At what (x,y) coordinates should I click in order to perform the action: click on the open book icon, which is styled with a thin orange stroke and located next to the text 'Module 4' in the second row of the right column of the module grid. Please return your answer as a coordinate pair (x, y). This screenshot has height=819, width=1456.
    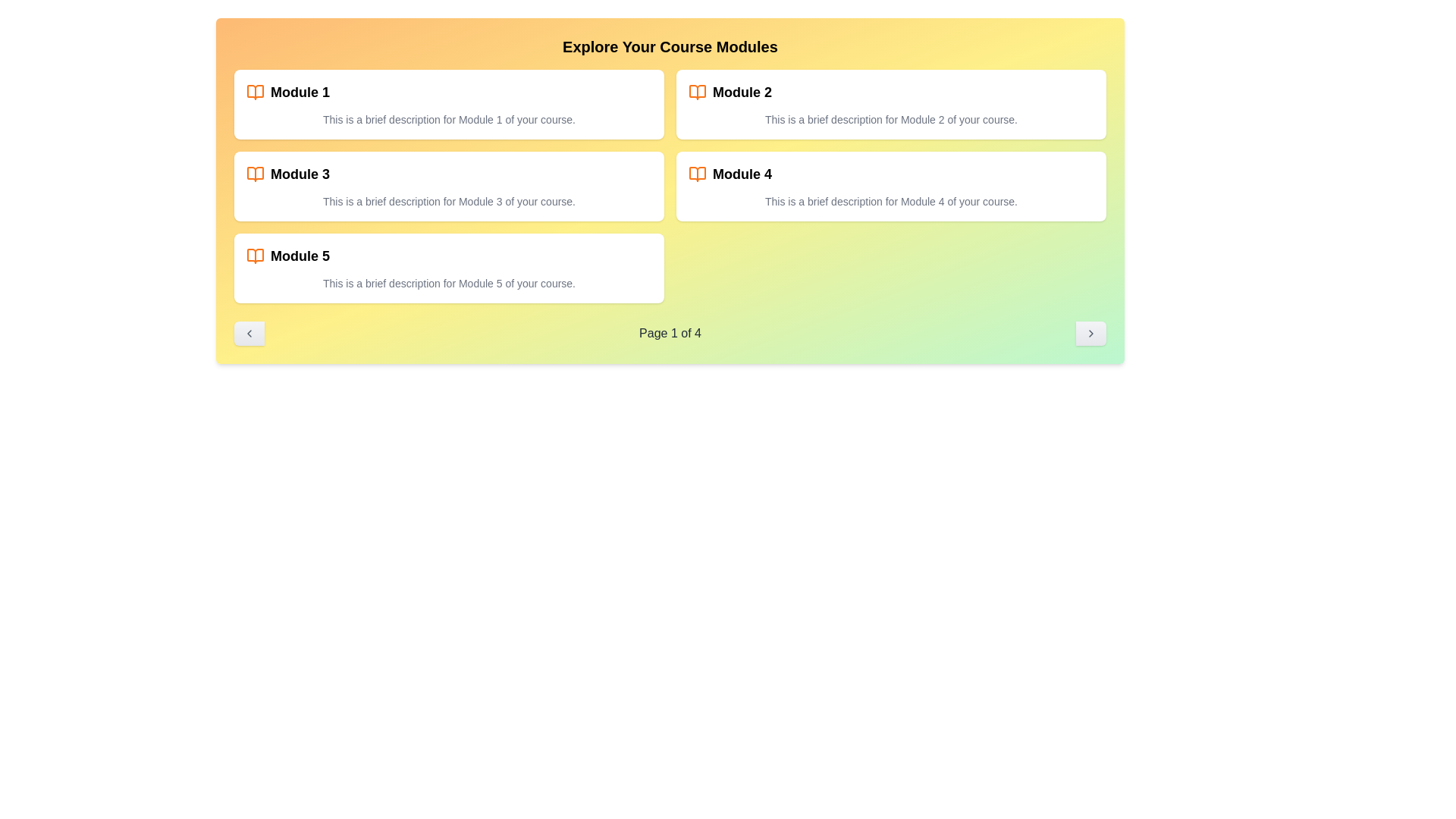
    Looking at the image, I should click on (697, 174).